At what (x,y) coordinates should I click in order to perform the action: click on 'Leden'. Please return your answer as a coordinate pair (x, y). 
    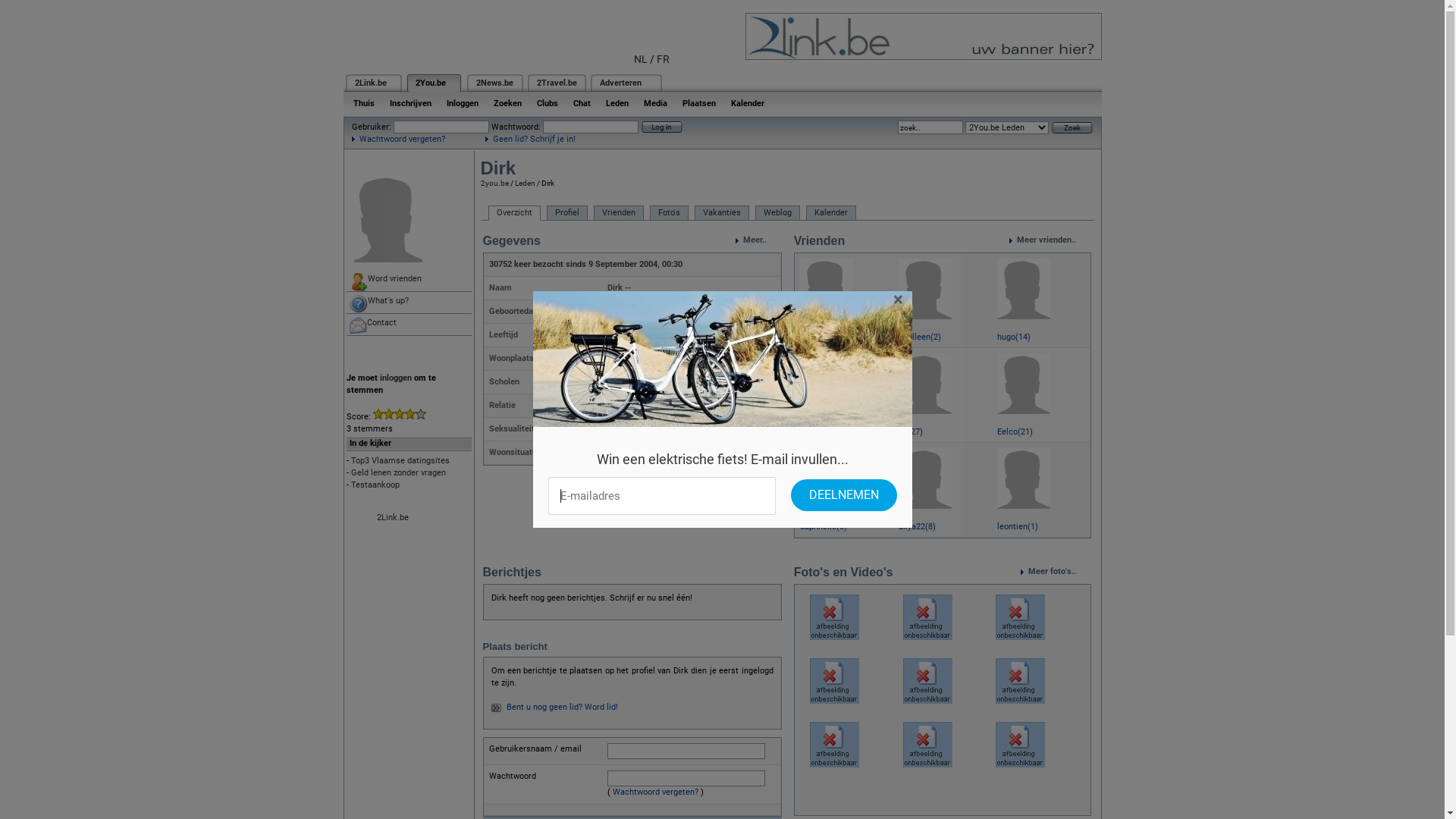
    Looking at the image, I should click on (524, 182).